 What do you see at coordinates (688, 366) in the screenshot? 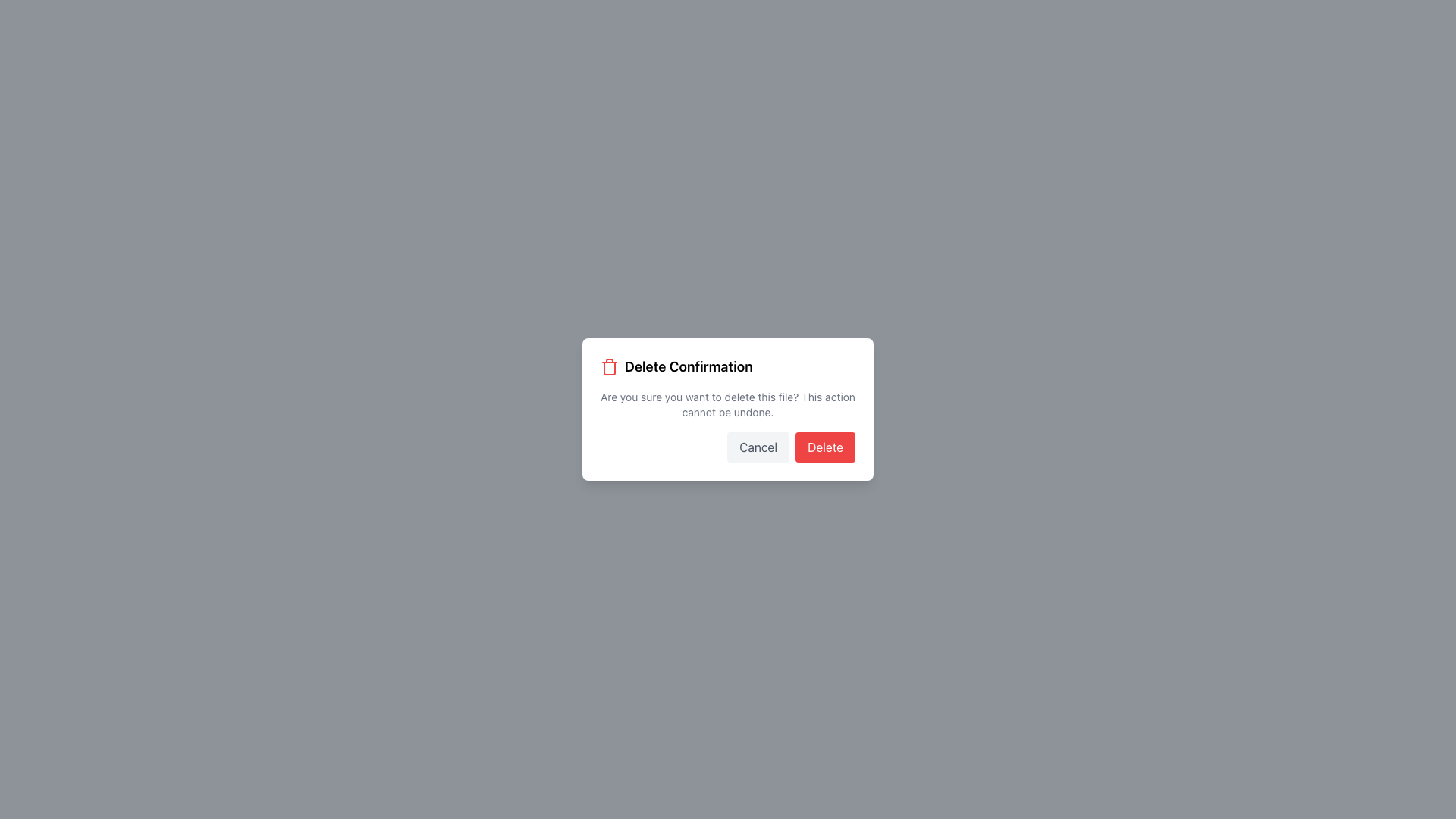
I see `the 'Delete Confirmation' static text label located at the top of the modal dialog box, next to the red trash can icon` at bounding box center [688, 366].